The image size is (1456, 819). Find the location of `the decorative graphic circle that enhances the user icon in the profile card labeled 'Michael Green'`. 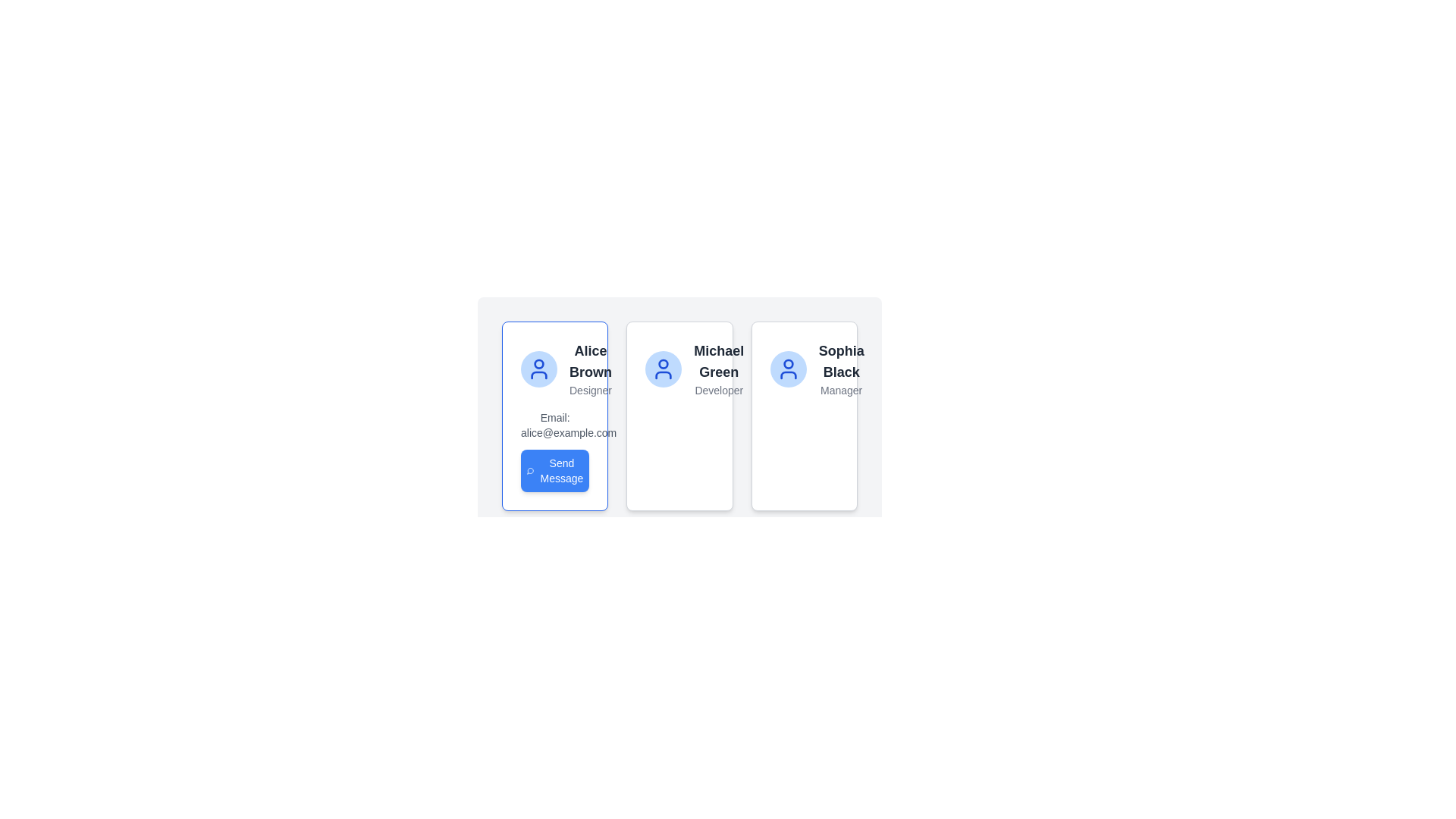

the decorative graphic circle that enhances the user icon in the profile card labeled 'Michael Green' is located at coordinates (664, 364).